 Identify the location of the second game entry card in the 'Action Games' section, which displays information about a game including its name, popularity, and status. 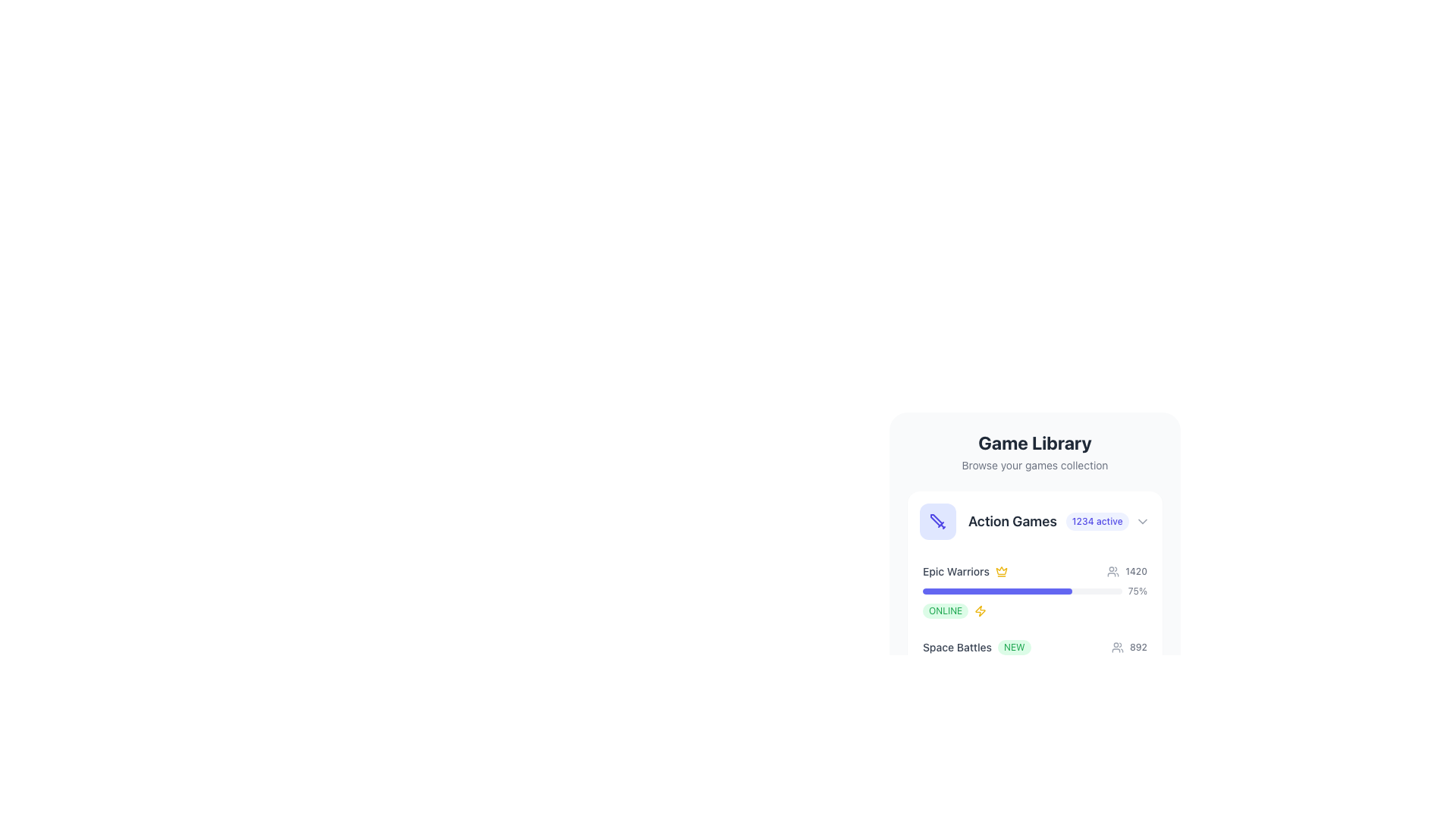
(1034, 666).